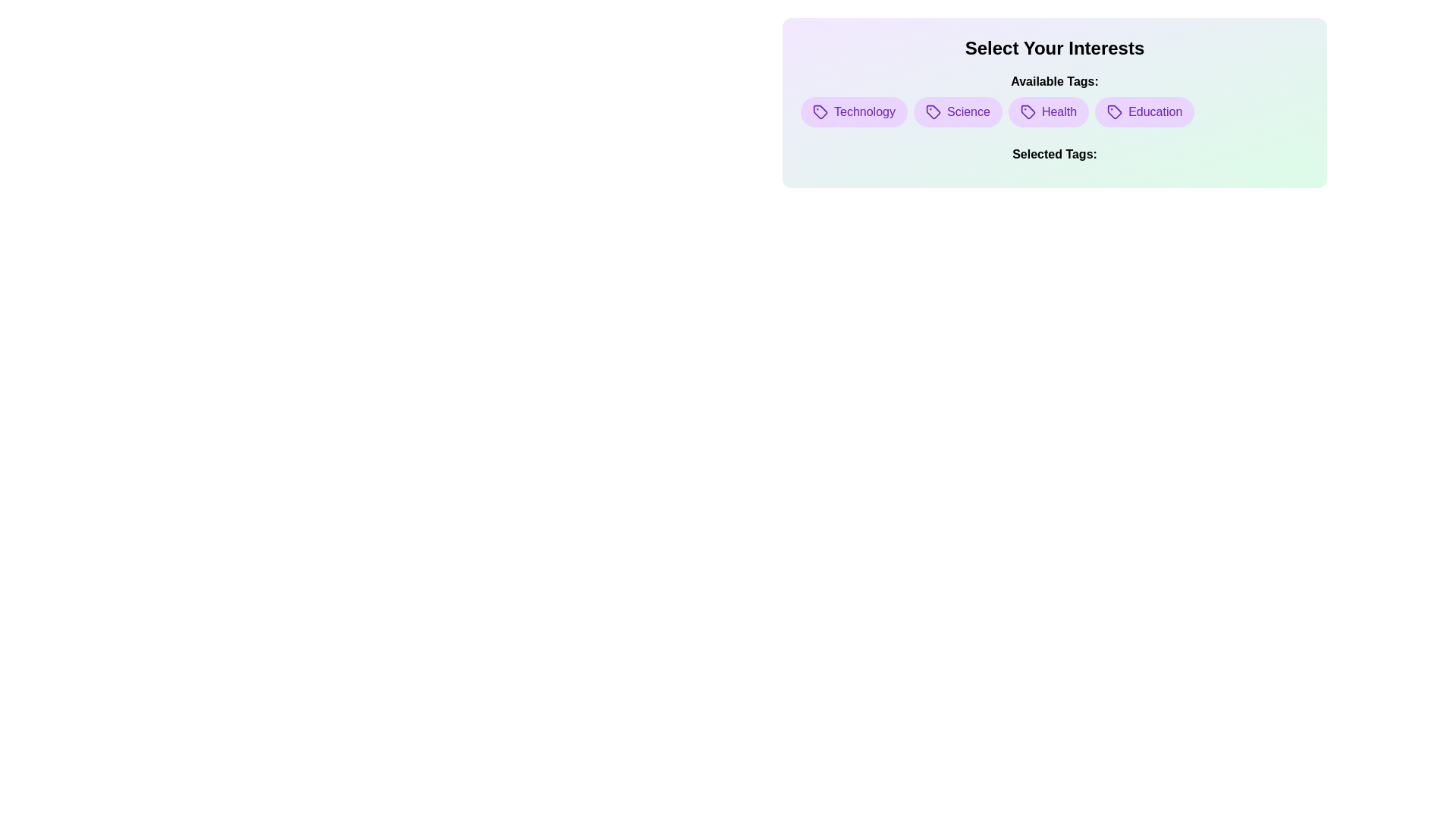 This screenshot has width=1456, height=819. What do you see at coordinates (1028, 111) in the screenshot?
I see `the 'Health' tag button located in the 'Available Tags' section` at bounding box center [1028, 111].